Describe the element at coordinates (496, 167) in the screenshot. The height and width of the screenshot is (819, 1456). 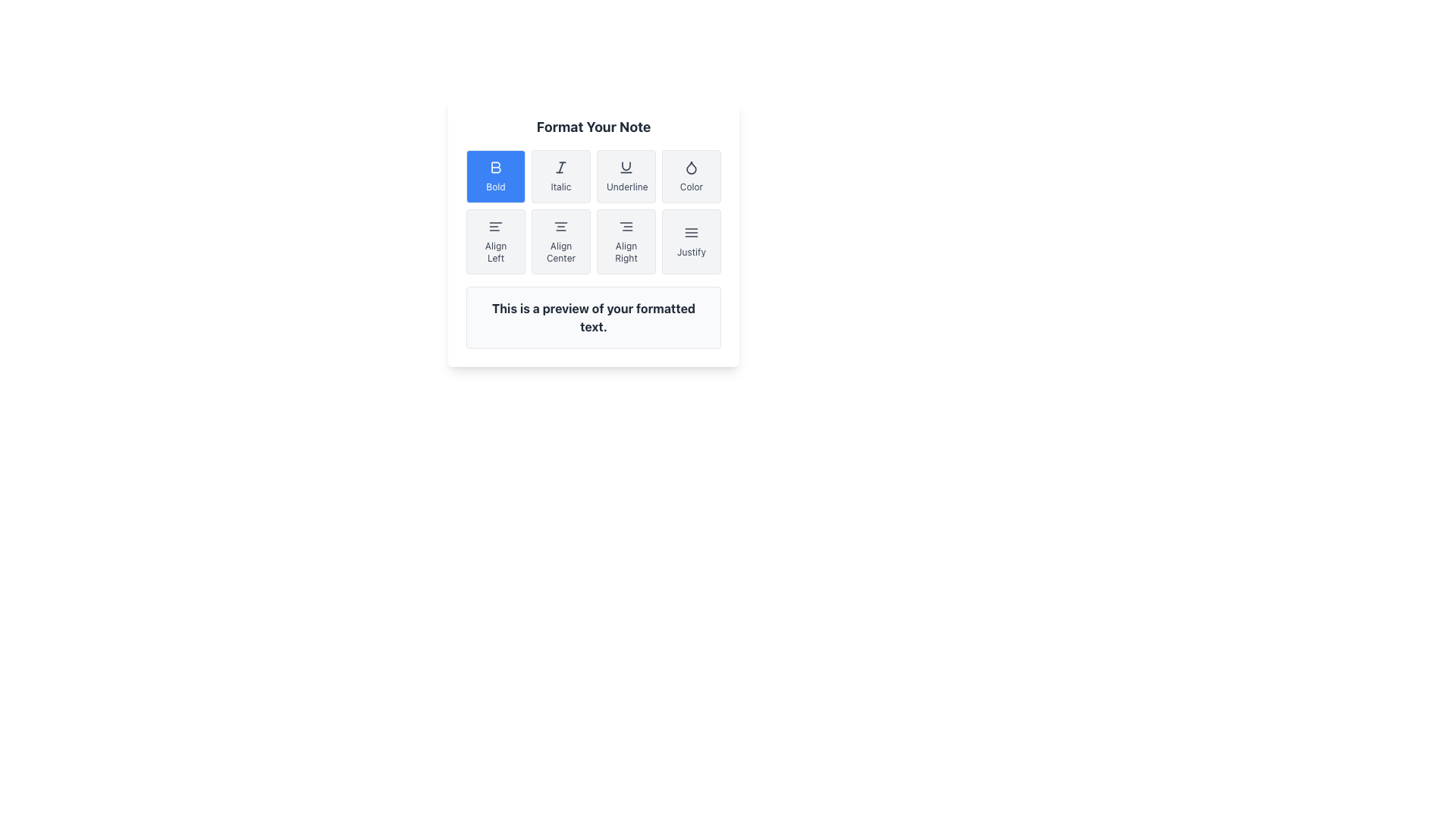
I see `the bold formatting icon located within the blue 'Bold' button at the top-left position in the 'Format Your Note' dialog` at that location.